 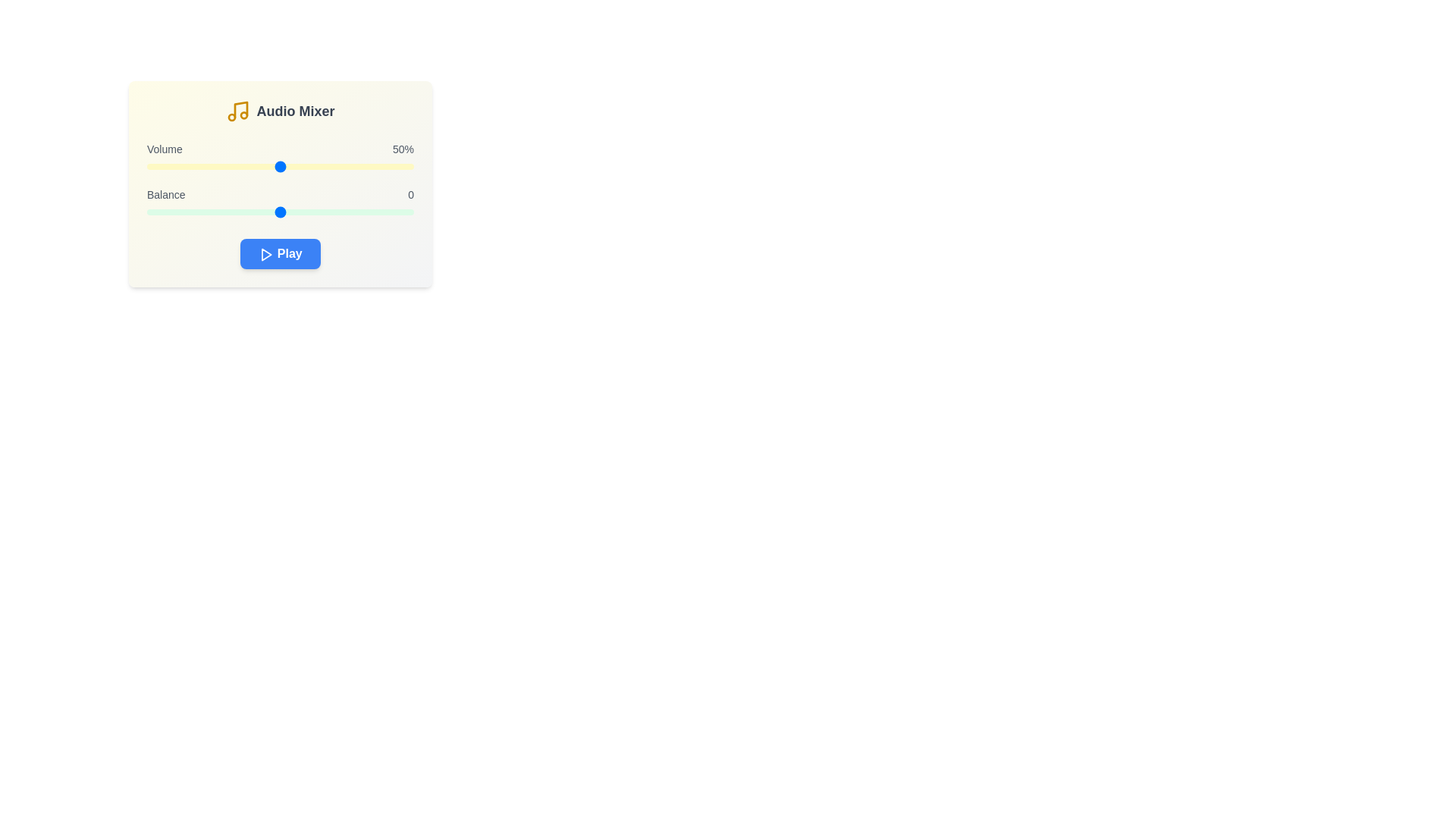 I want to click on balance, so click(x=278, y=212).